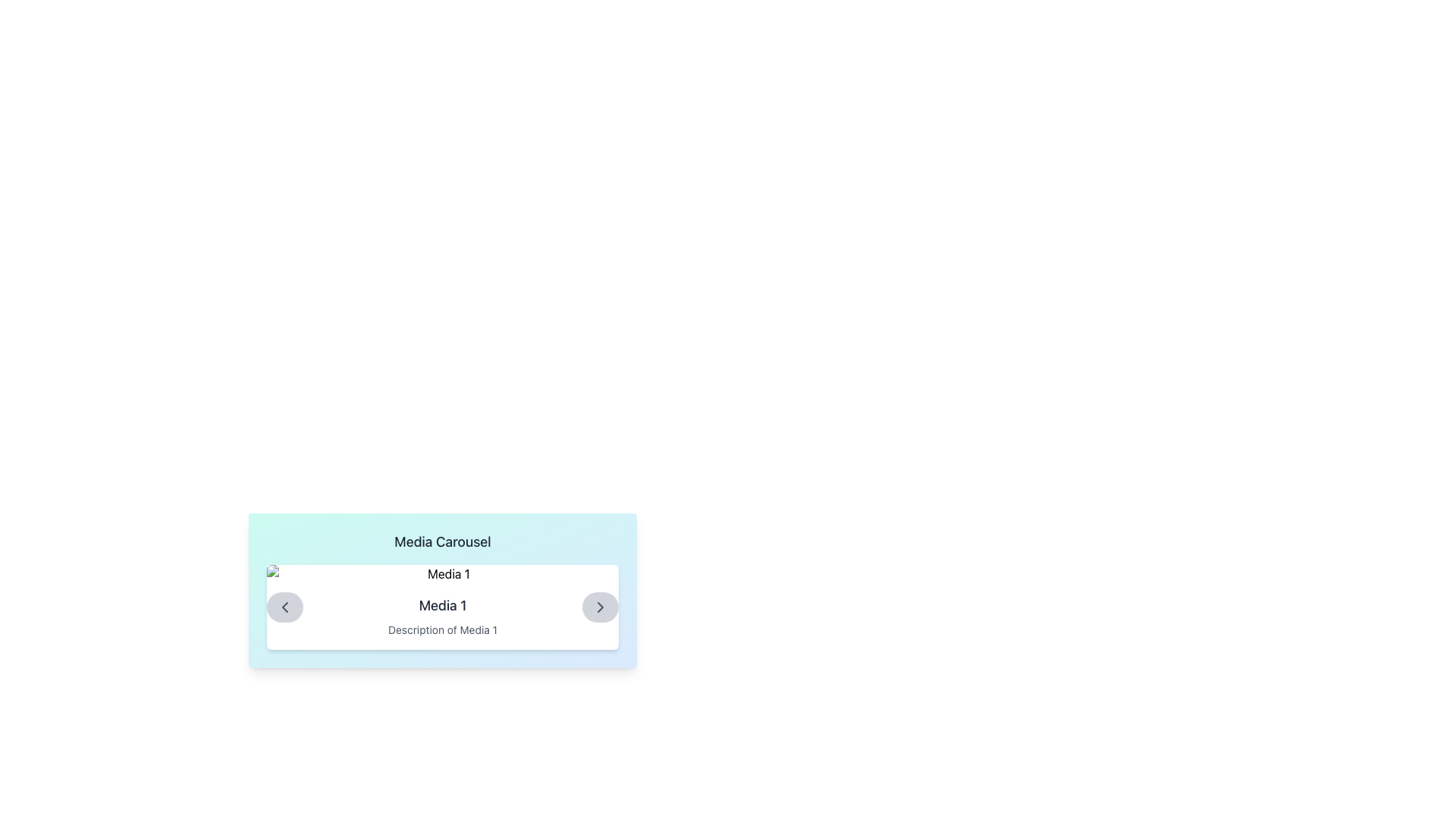 The image size is (1456, 819). What do you see at coordinates (442, 617) in the screenshot?
I see `the text block containing the title 'Media 1' and the description 'Description of Media 1' located centrally in the media carousel` at bounding box center [442, 617].